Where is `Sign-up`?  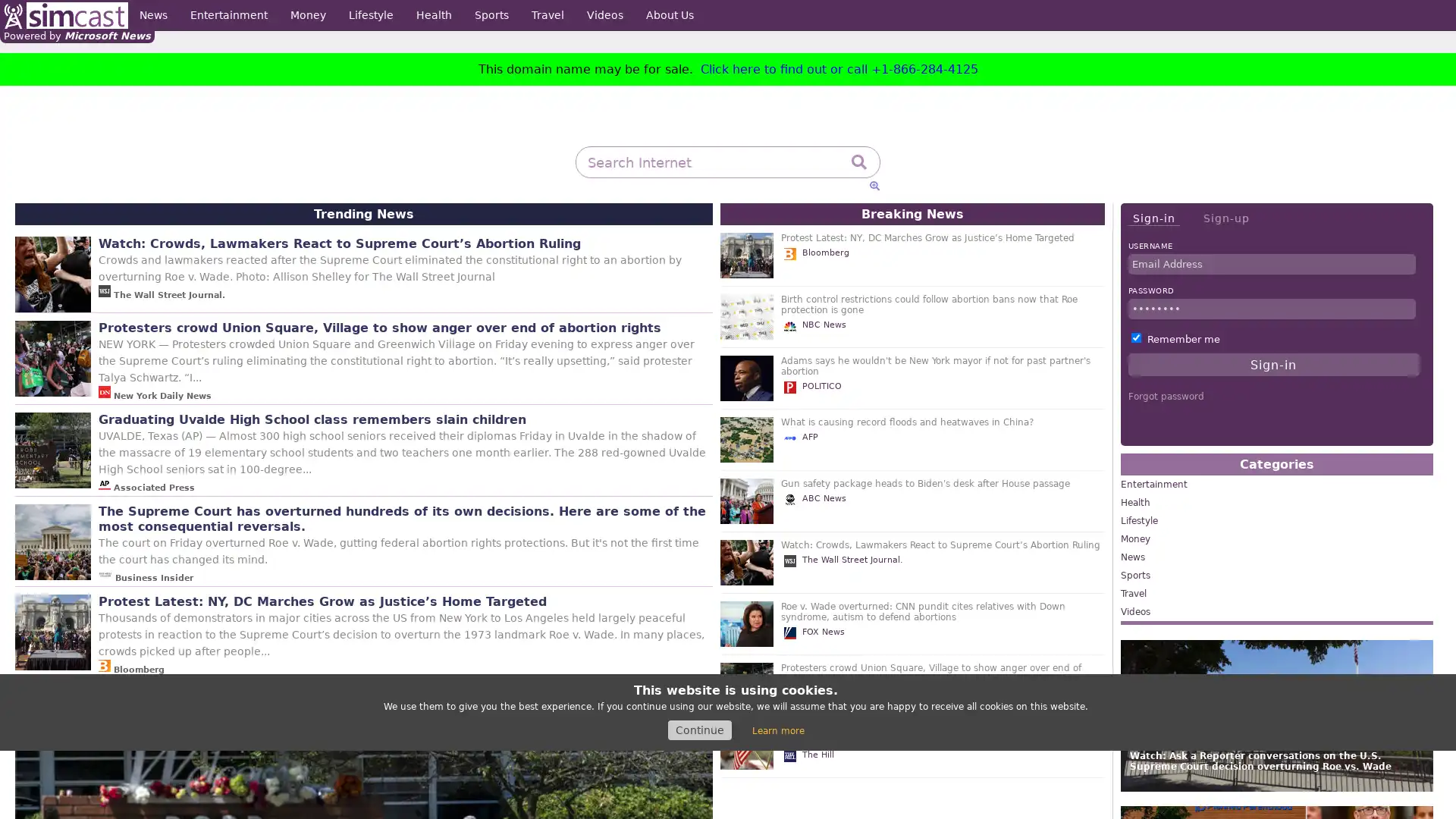
Sign-up is located at coordinates (1225, 218).